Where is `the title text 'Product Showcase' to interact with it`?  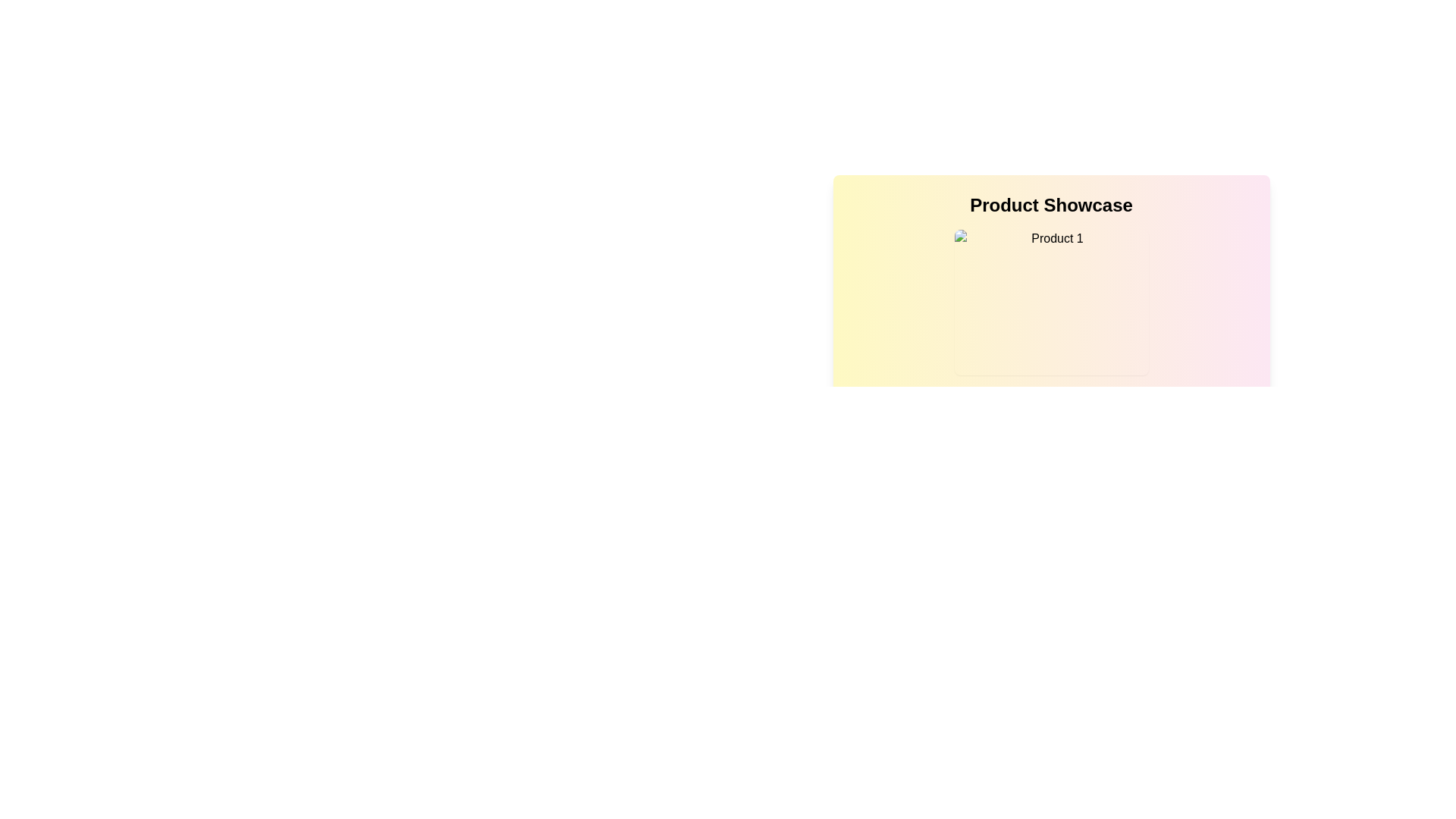 the title text 'Product Showcase' to interact with it is located at coordinates (1050, 205).